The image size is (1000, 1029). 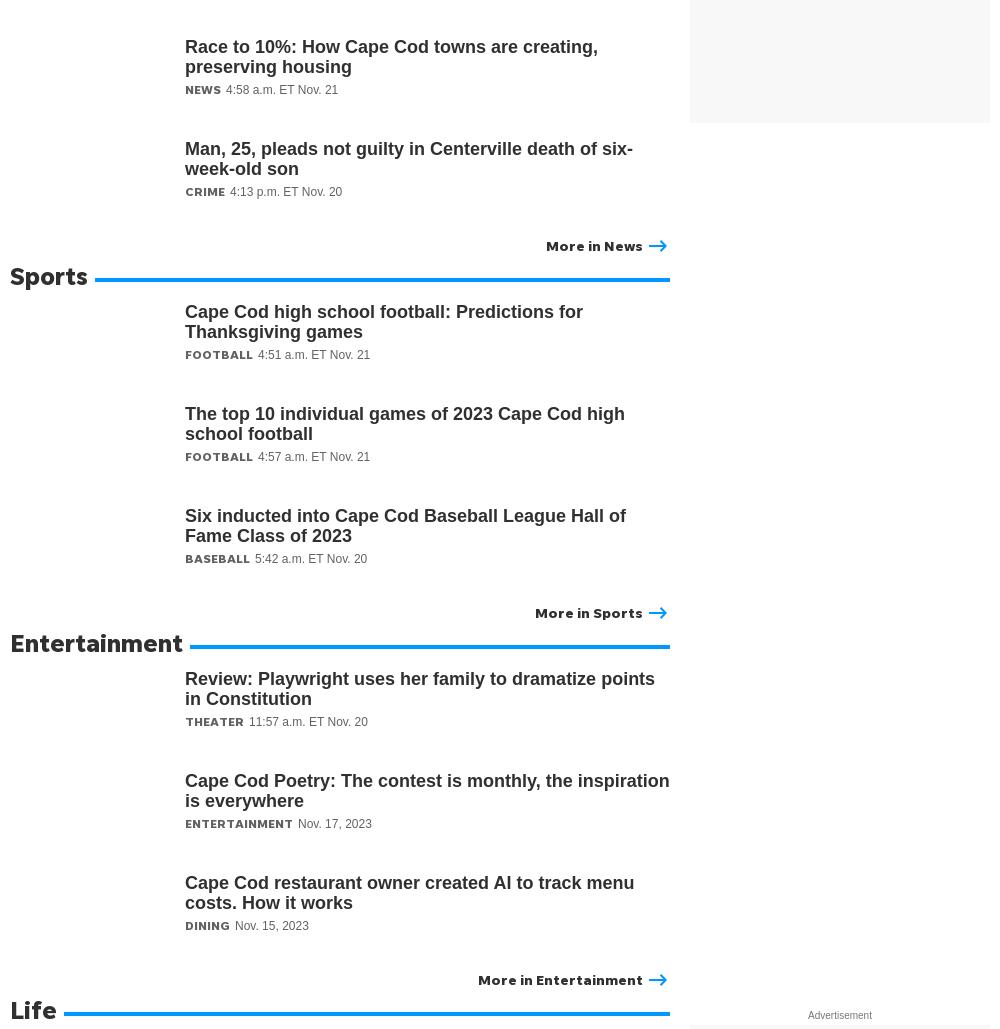 I want to click on 'More in News', so click(x=593, y=244).